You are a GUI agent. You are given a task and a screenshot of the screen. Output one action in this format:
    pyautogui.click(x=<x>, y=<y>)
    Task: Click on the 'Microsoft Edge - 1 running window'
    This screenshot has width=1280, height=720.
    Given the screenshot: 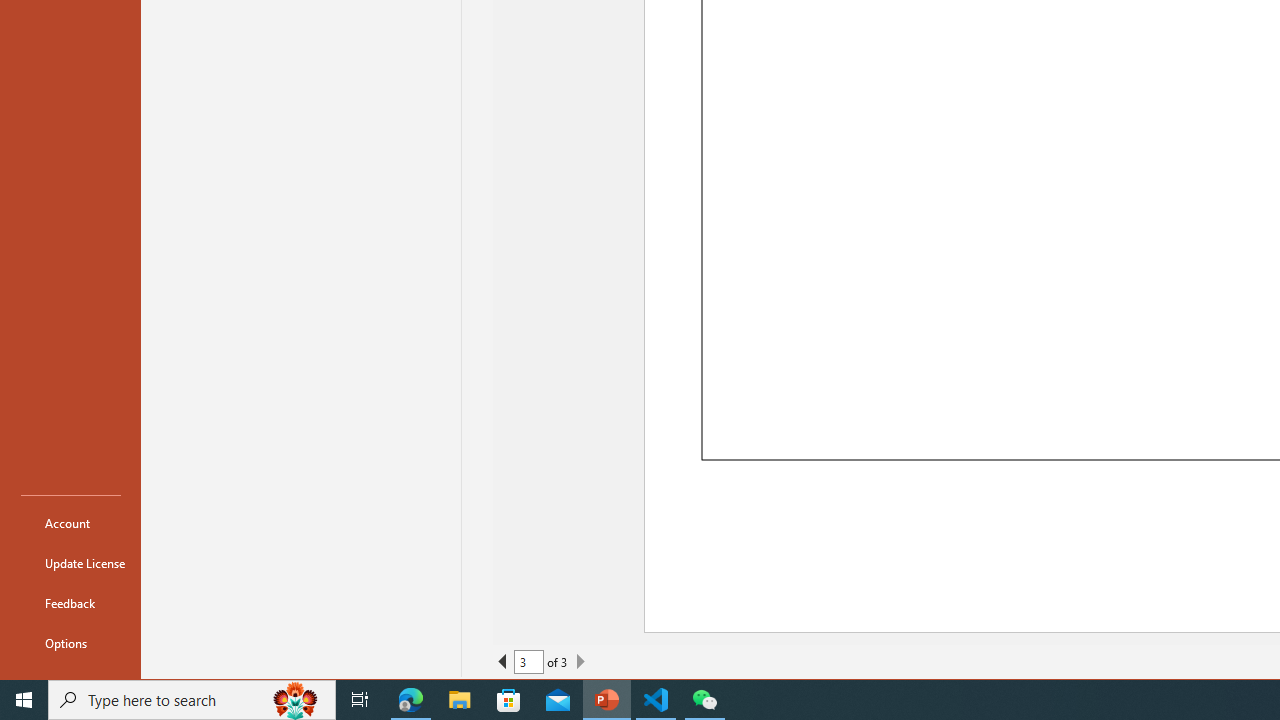 What is the action you would take?
    pyautogui.click(x=410, y=698)
    